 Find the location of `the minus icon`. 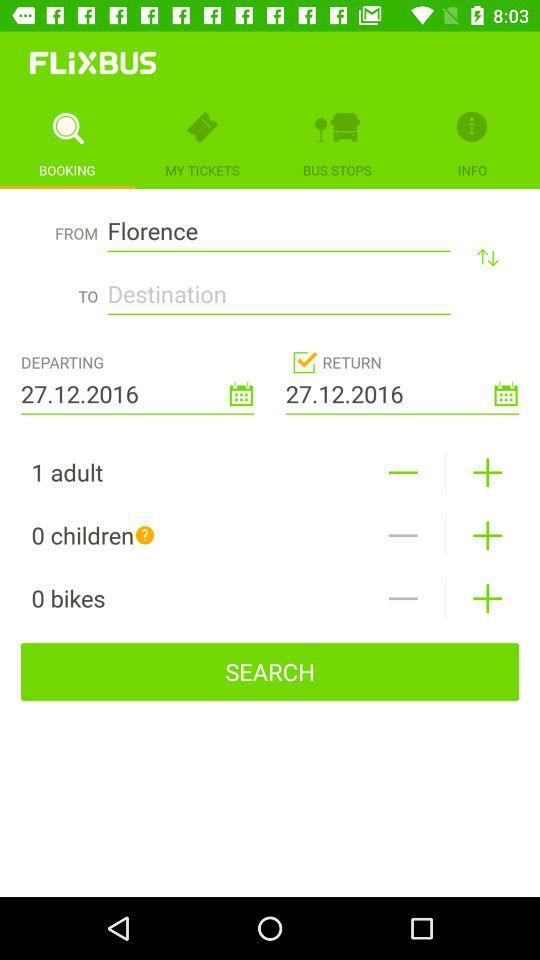

the minus icon is located at coordinates (403, 598).